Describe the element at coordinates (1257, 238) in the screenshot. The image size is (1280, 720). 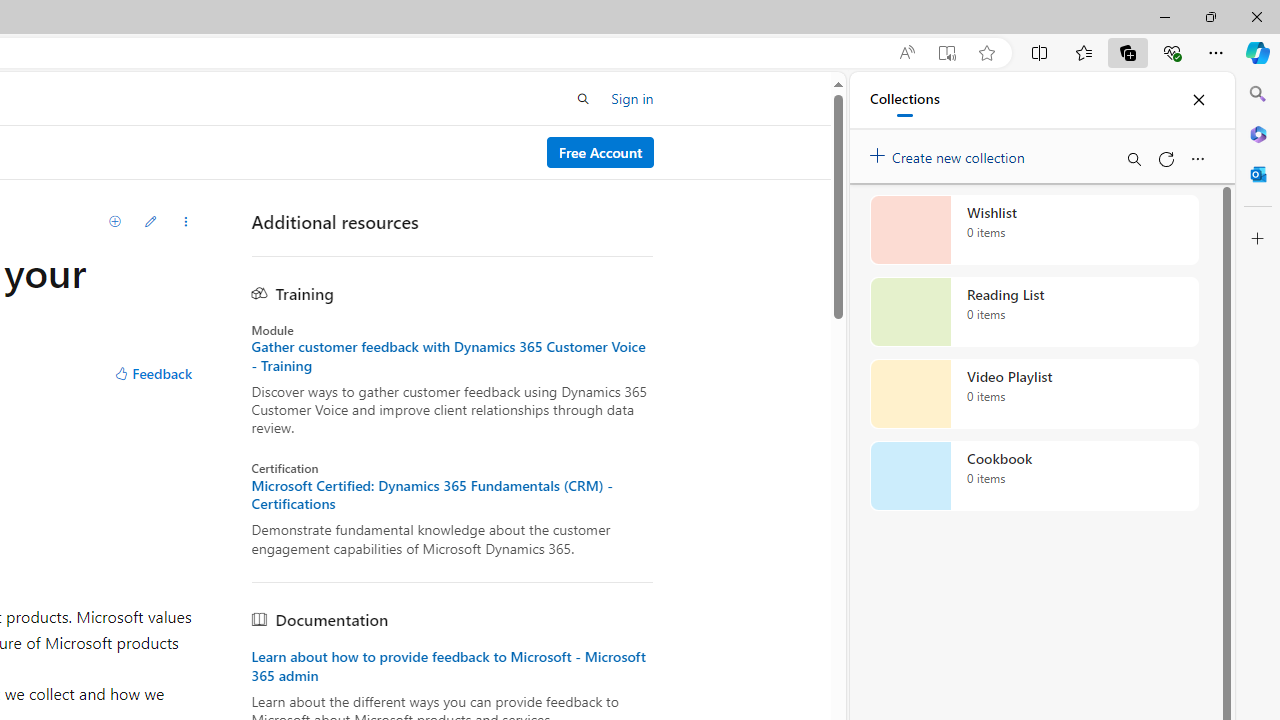
I see `'Customize'` at that location.